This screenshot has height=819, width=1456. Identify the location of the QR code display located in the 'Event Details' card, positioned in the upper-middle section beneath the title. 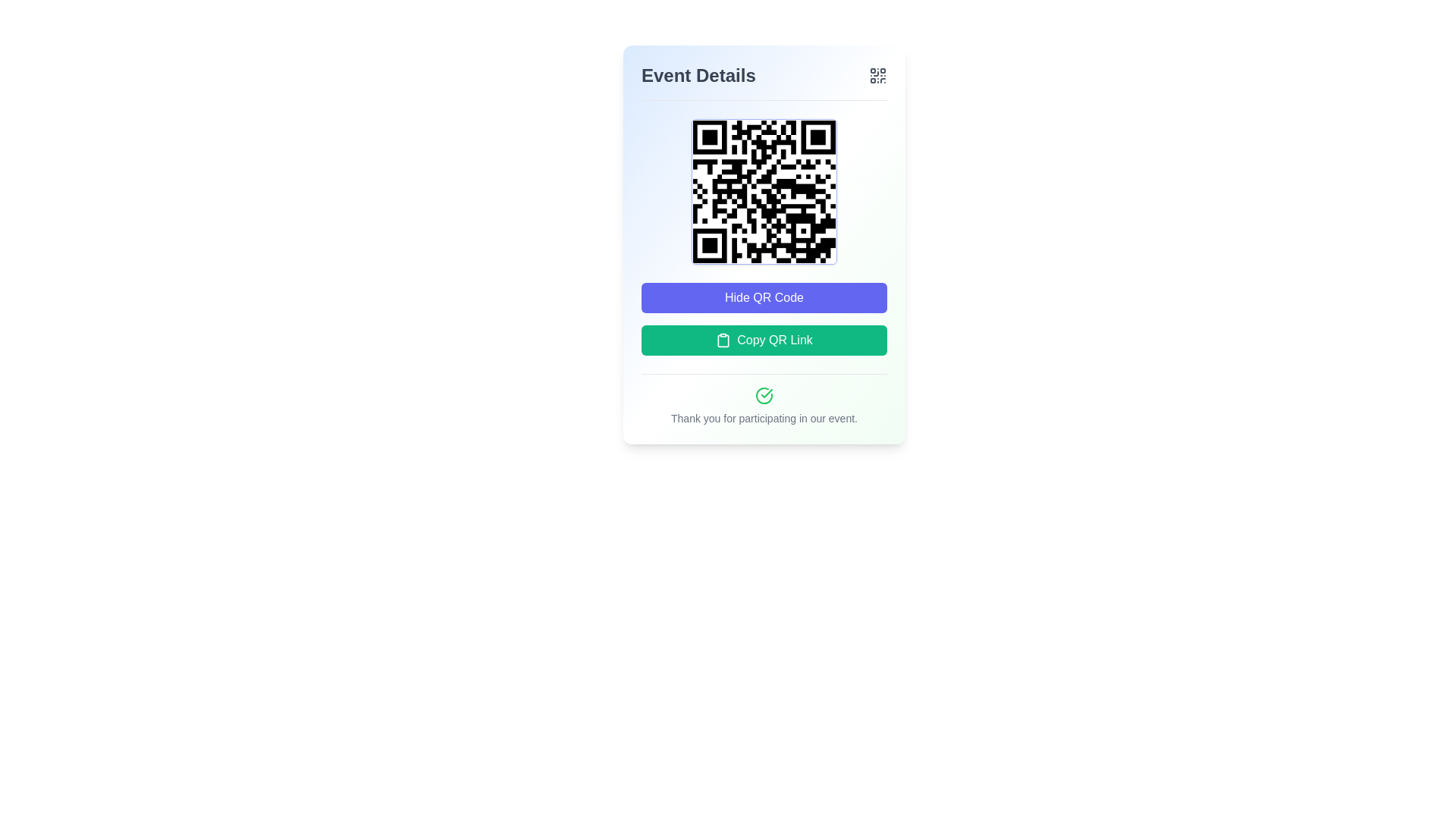
(764, 191).